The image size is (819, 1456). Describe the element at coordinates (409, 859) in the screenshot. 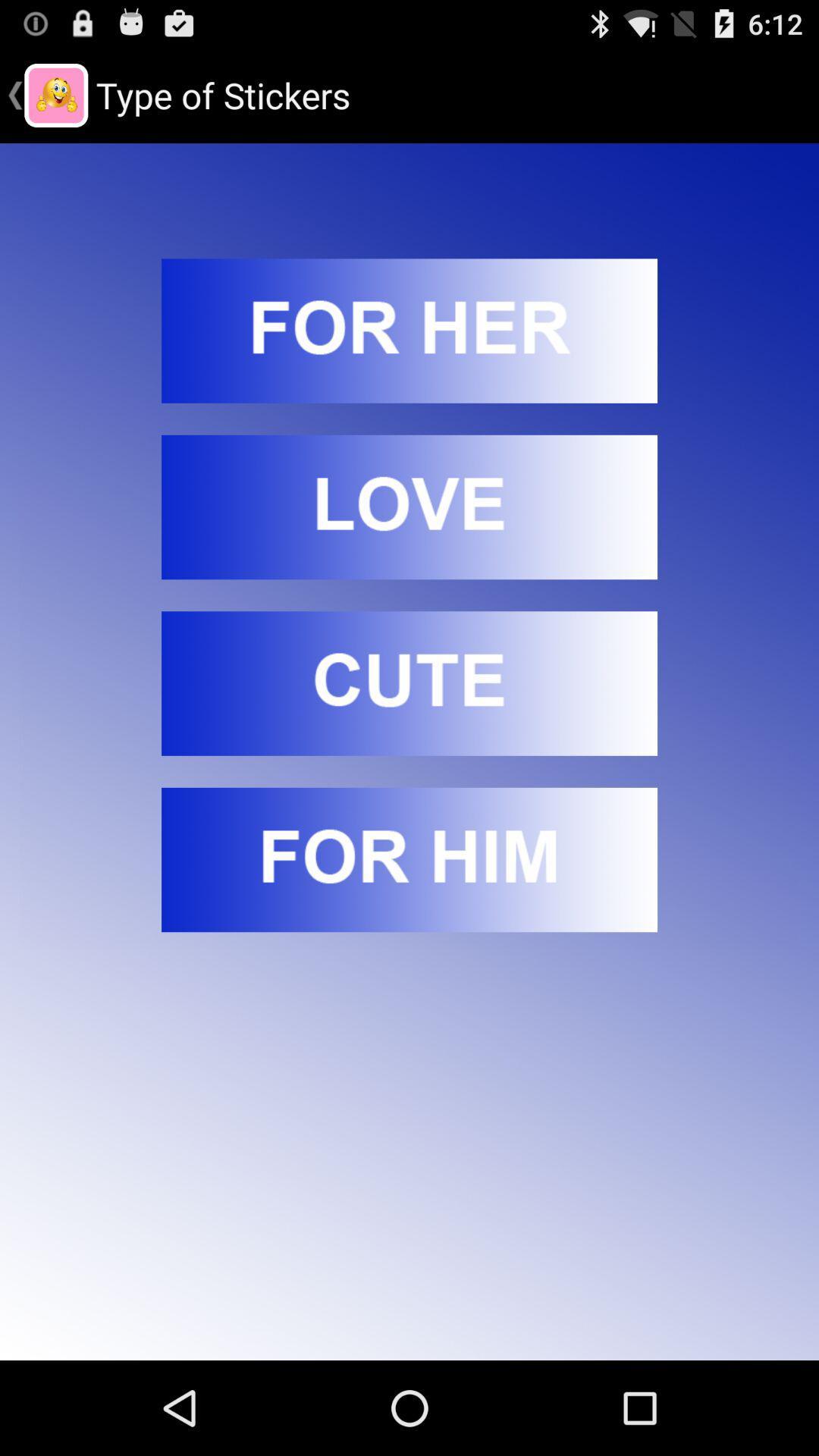

I see `a button` at that location.